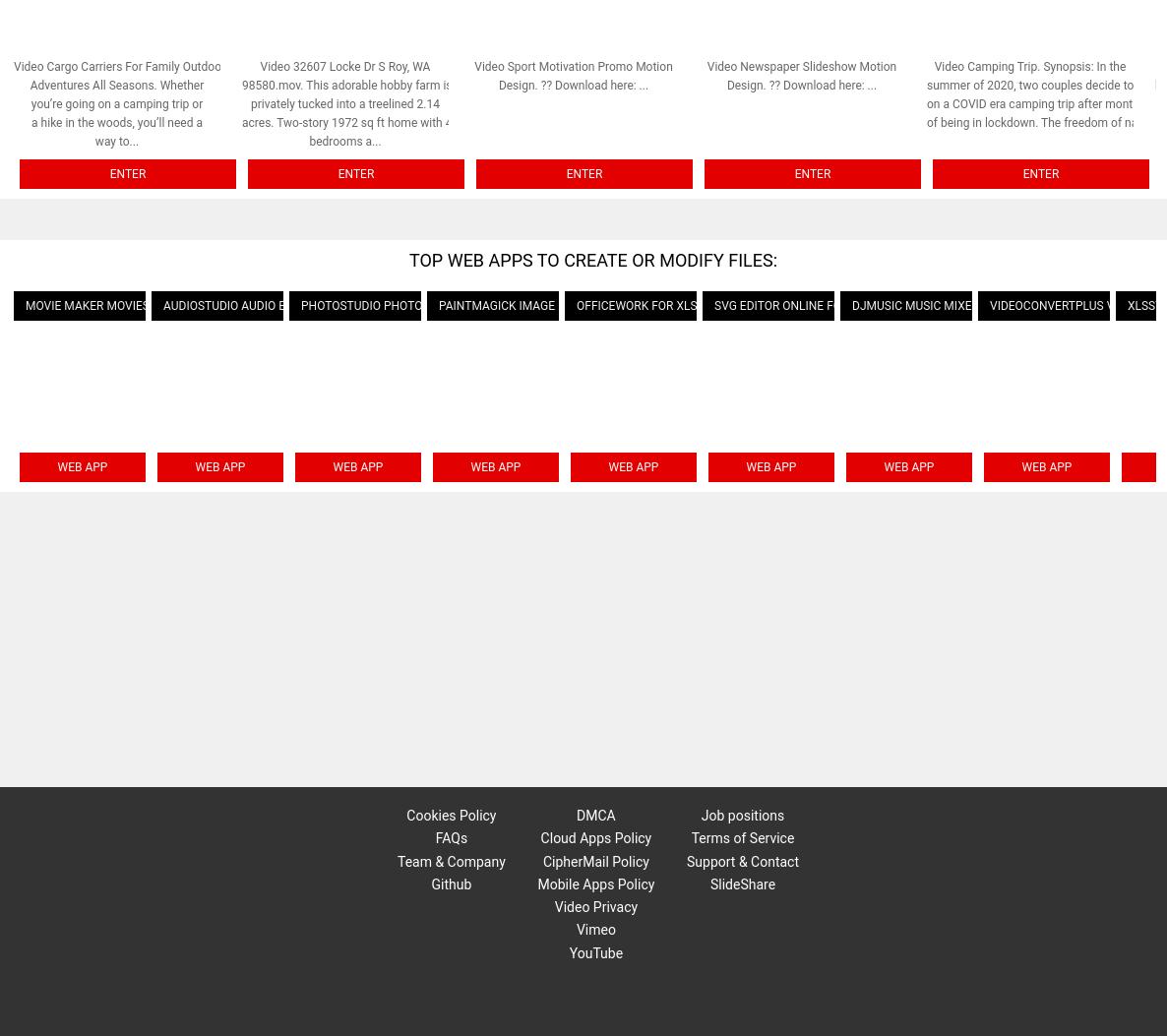  Describe the element at coordinates (594, 883) in the screenshot. I see `'Mobile Apps Policy'` at that location.